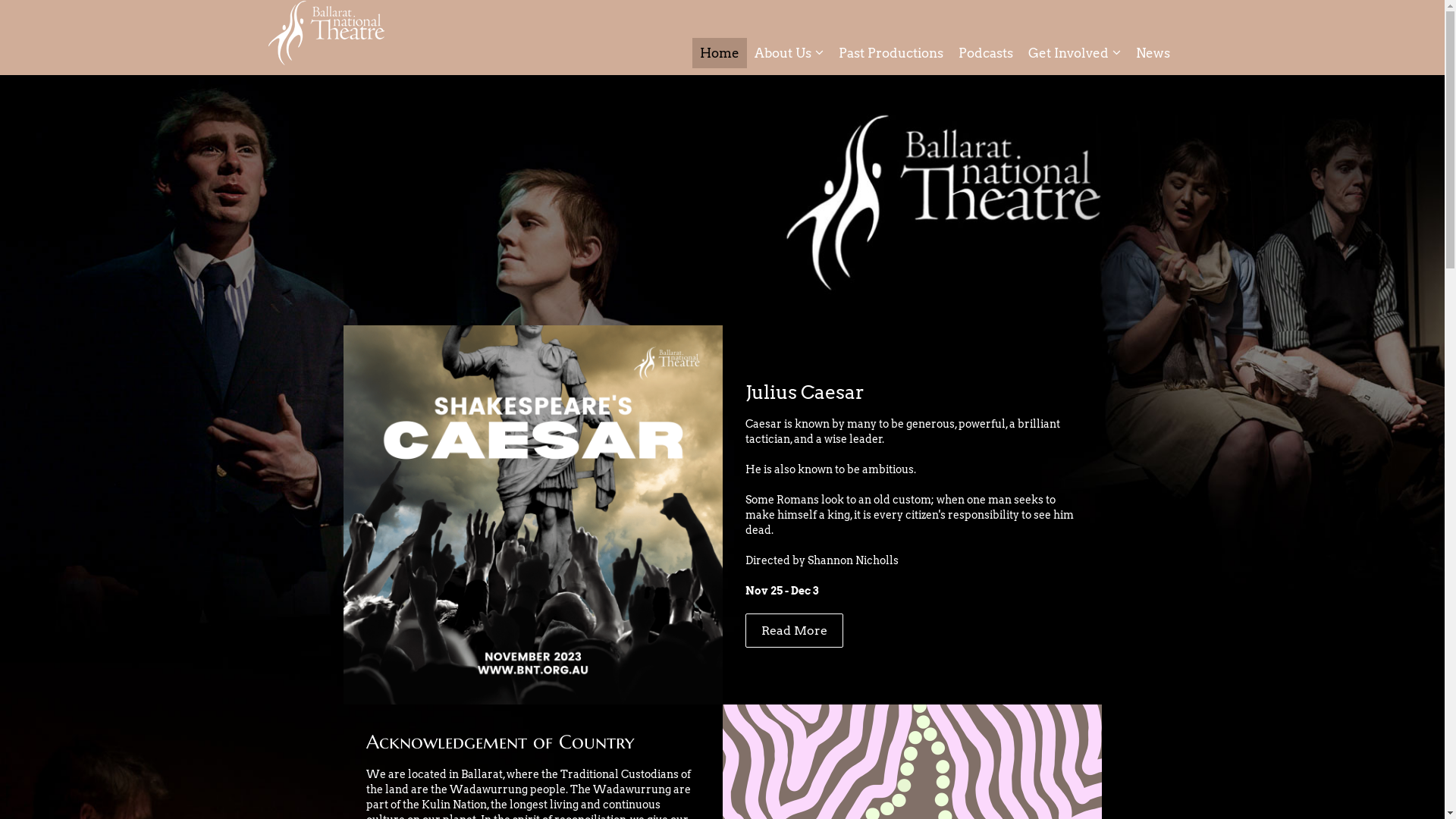 The image size is (1456, 819). Describe the element at coordinates (717, 52) in the screenshot. I see `'Home'` at that location.